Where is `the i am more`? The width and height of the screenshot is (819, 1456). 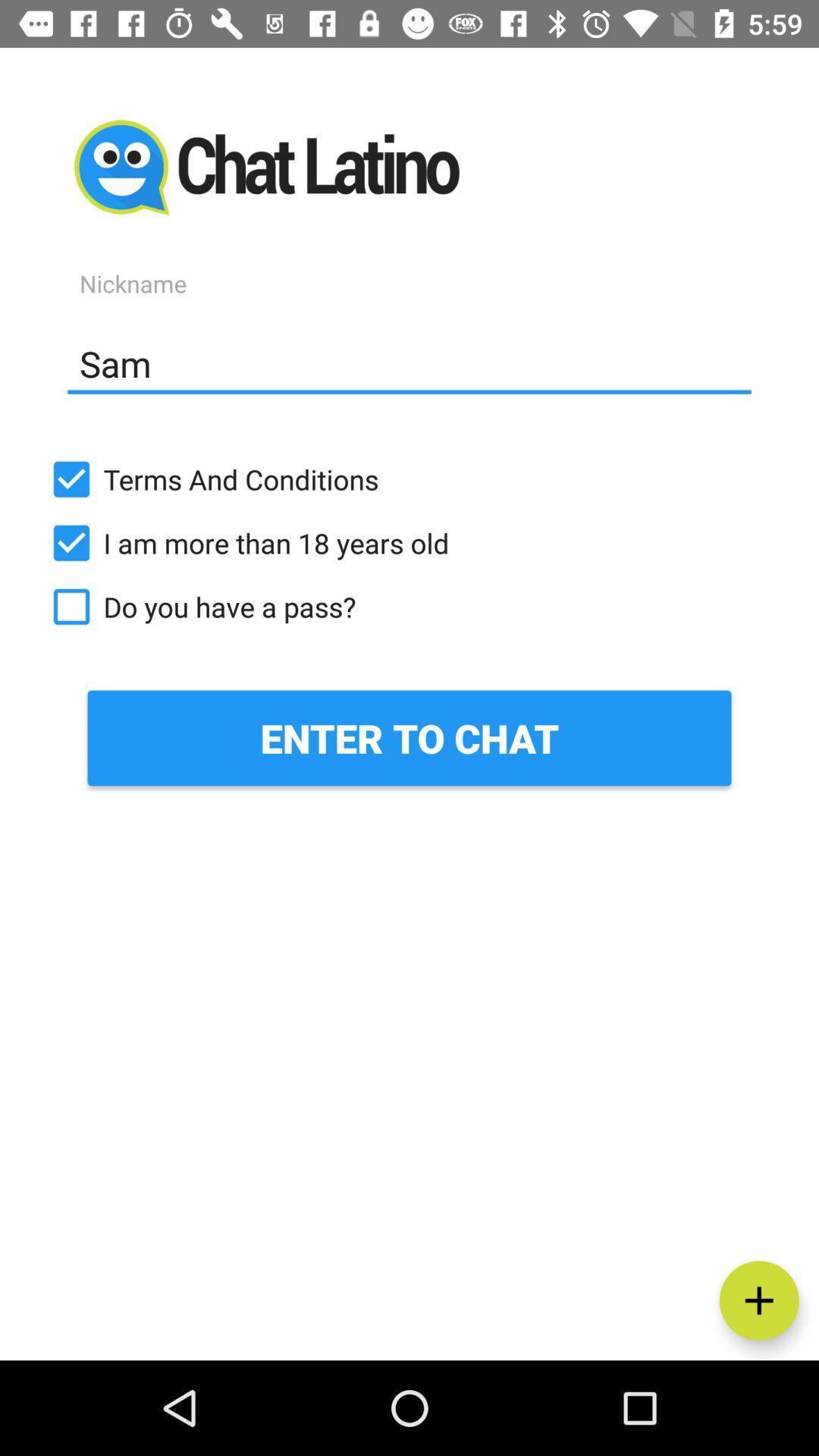
the i am more is located at coordinates (409, 543).